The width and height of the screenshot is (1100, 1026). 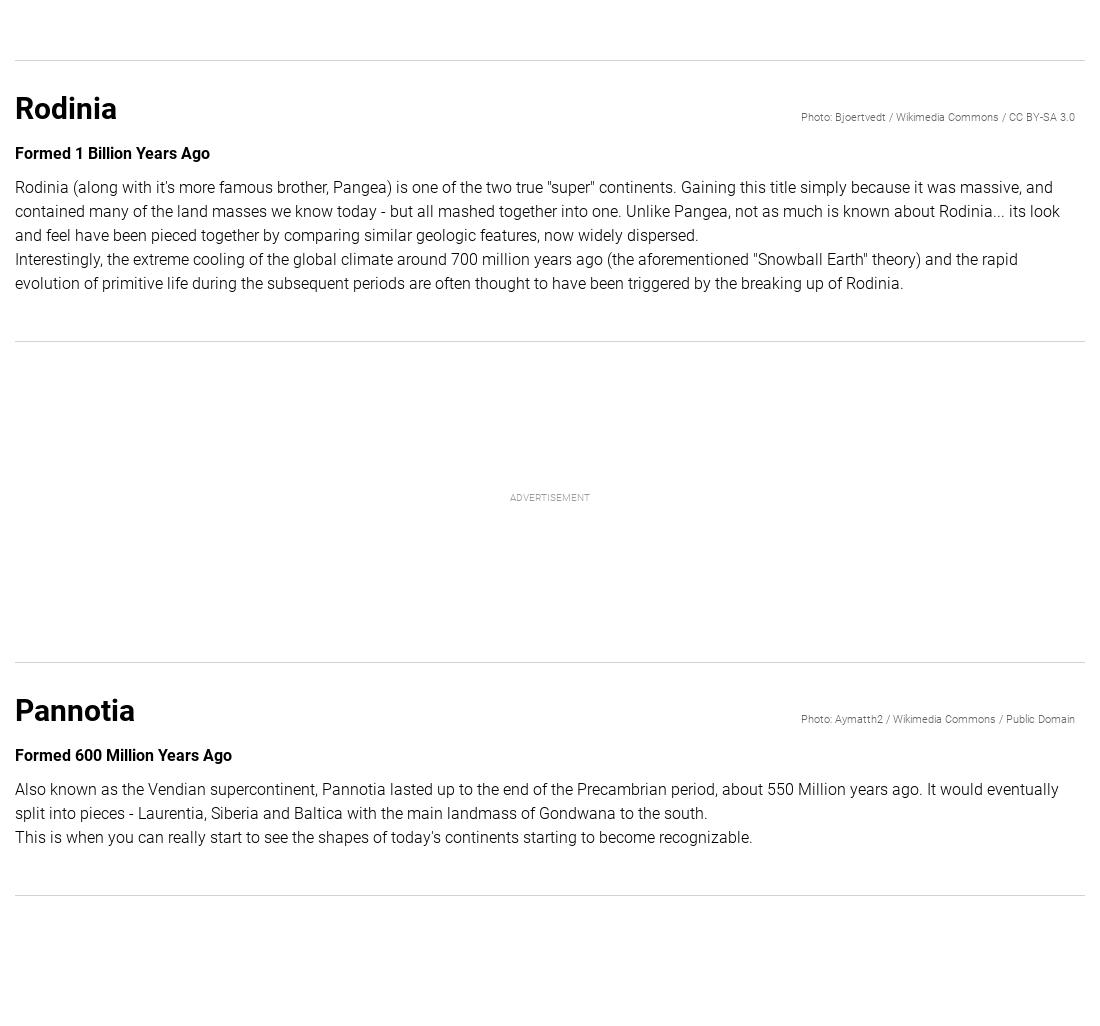 What do you see at coordinates (1040, 717) in the screenshot?
I see `'Public Domain'` at bounding box center [1040, 717].